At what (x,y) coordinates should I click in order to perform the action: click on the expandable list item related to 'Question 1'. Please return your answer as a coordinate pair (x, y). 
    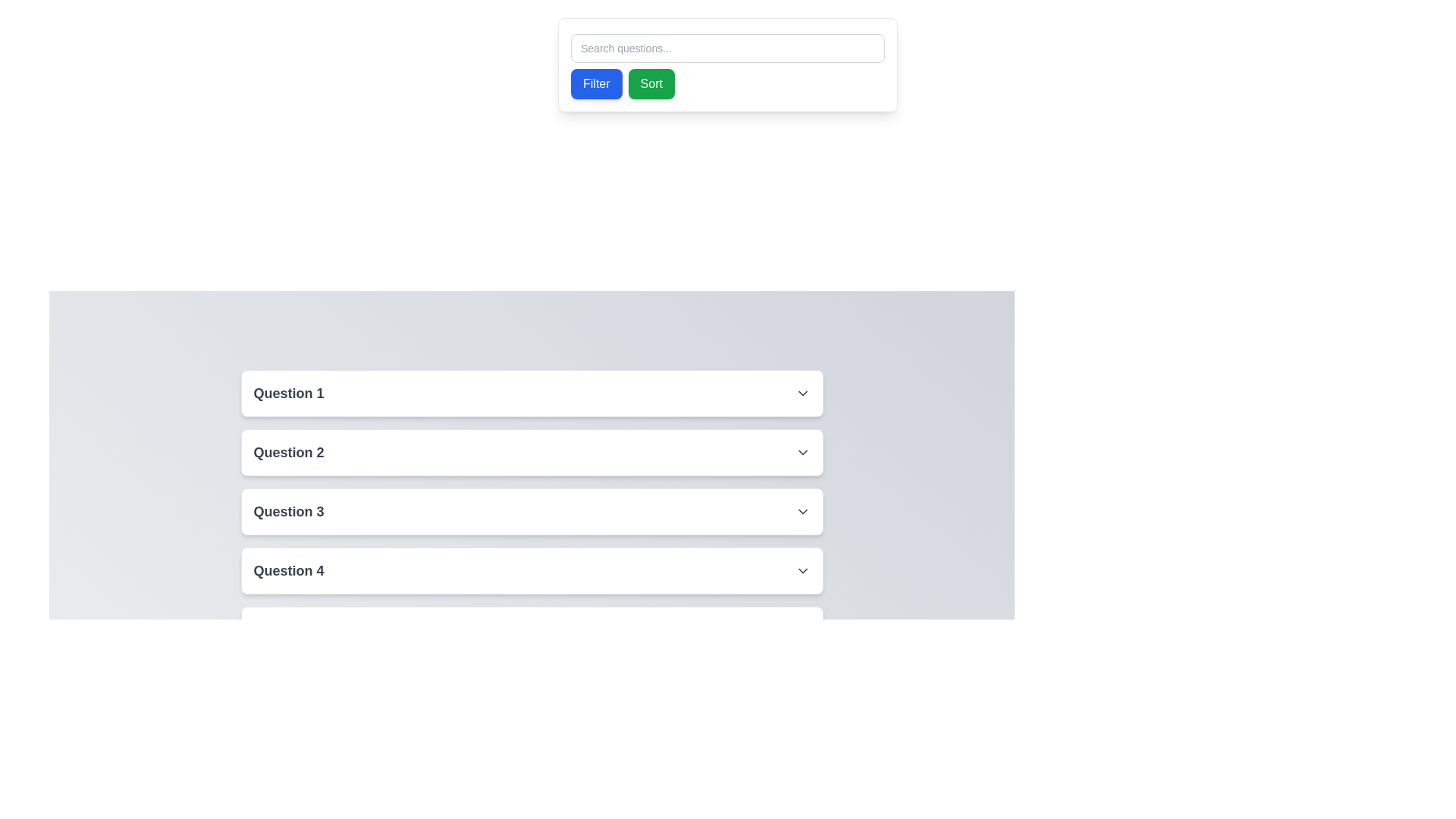
    Looking at the image, I should click on (532, 393).